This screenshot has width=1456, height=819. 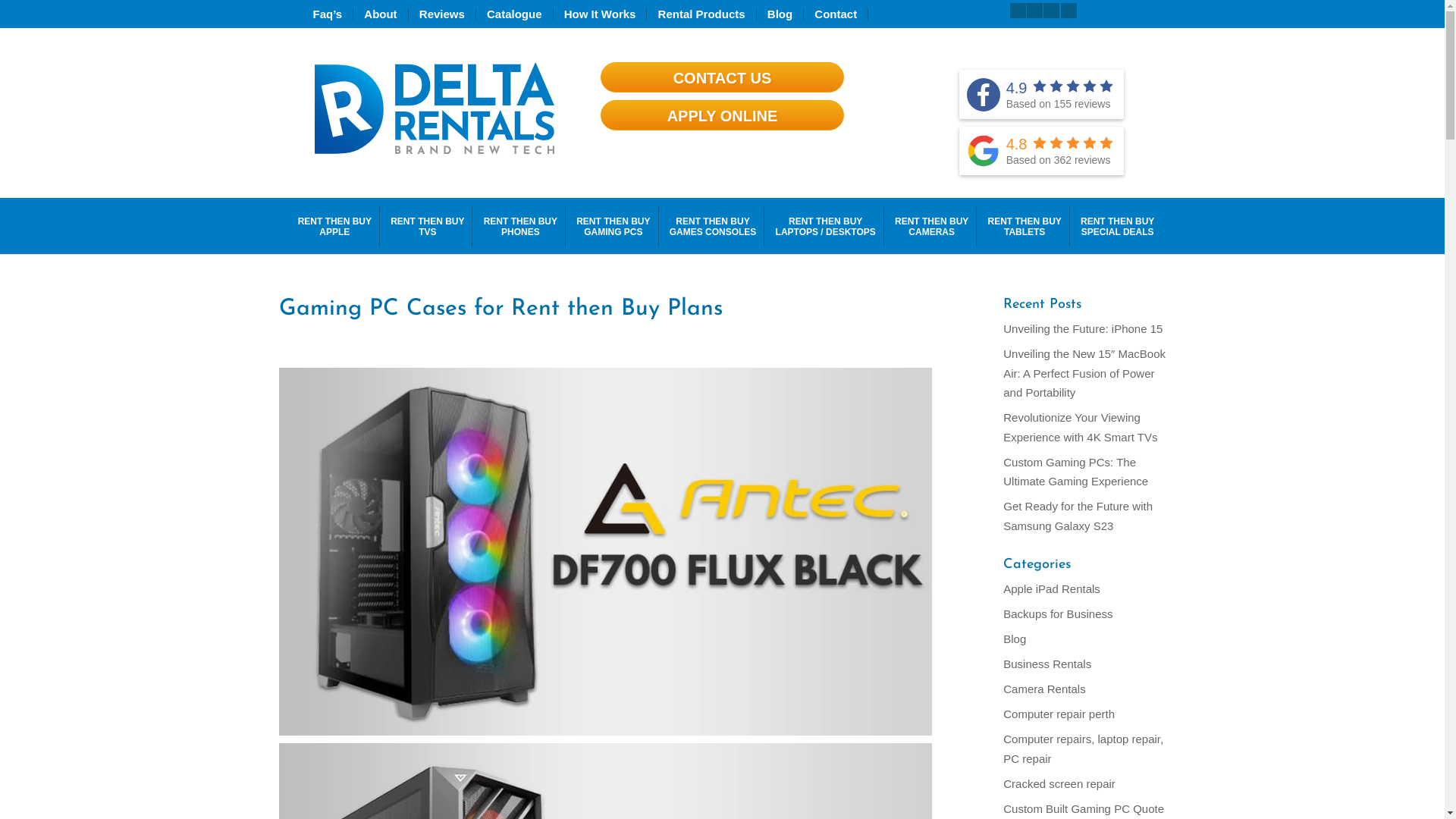 What do you see at coordinates (669, 227) in the screenshot?
I see `'RENT THEN BUY` at bounding box center [669, 227].